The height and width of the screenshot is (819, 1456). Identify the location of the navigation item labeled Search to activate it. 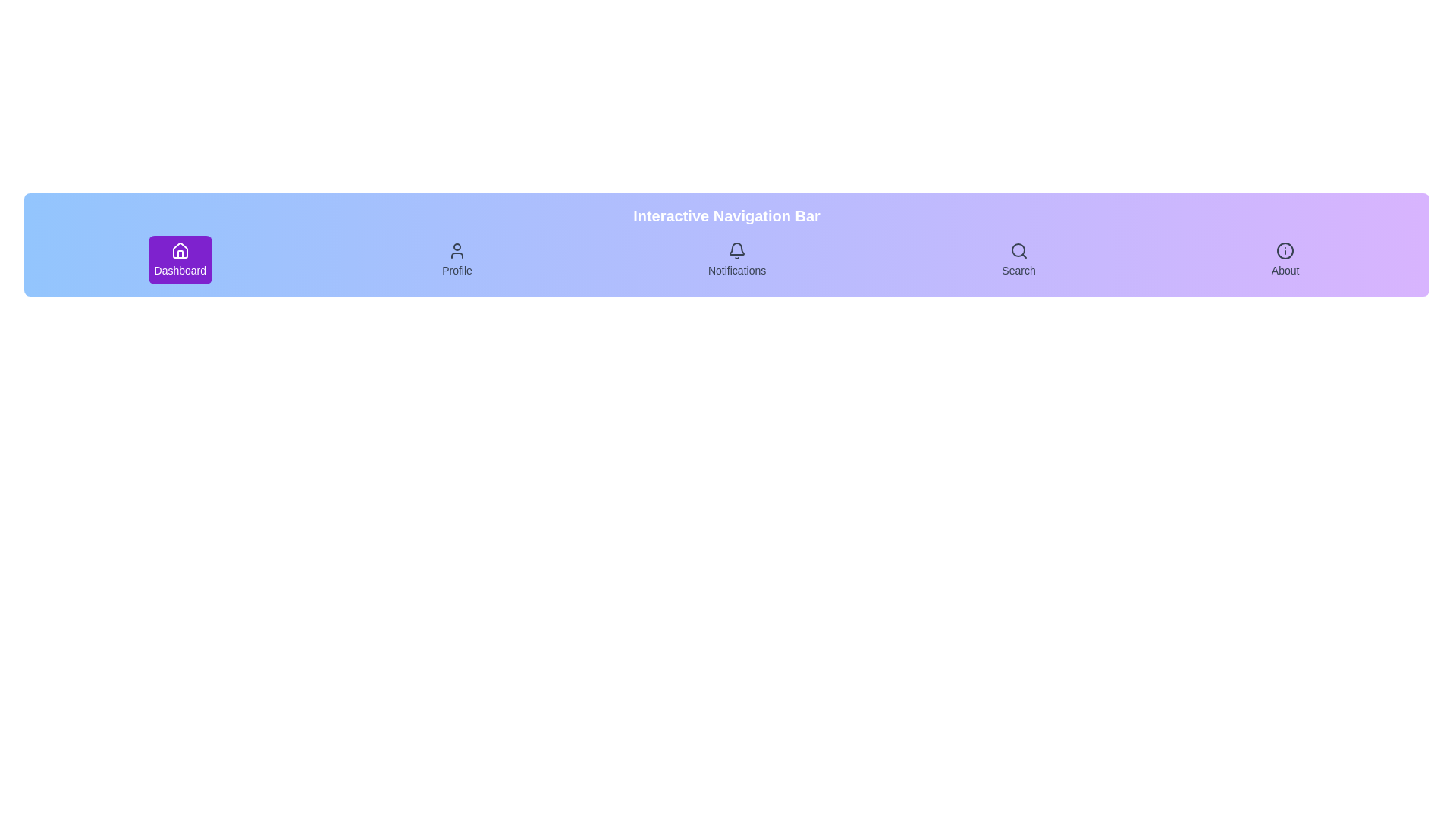
(1018, 259).